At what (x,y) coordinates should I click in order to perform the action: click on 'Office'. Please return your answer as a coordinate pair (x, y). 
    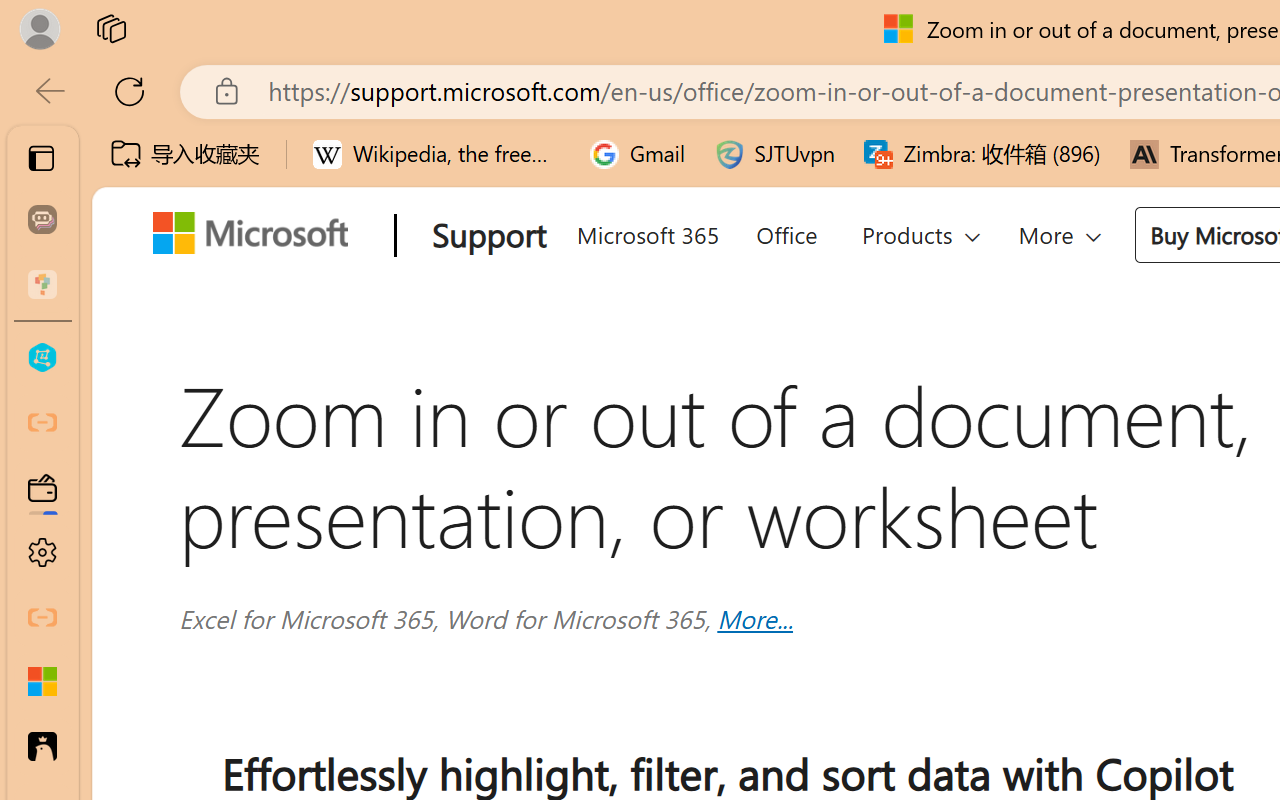
    Looking at the image, I should click on (784, 231).